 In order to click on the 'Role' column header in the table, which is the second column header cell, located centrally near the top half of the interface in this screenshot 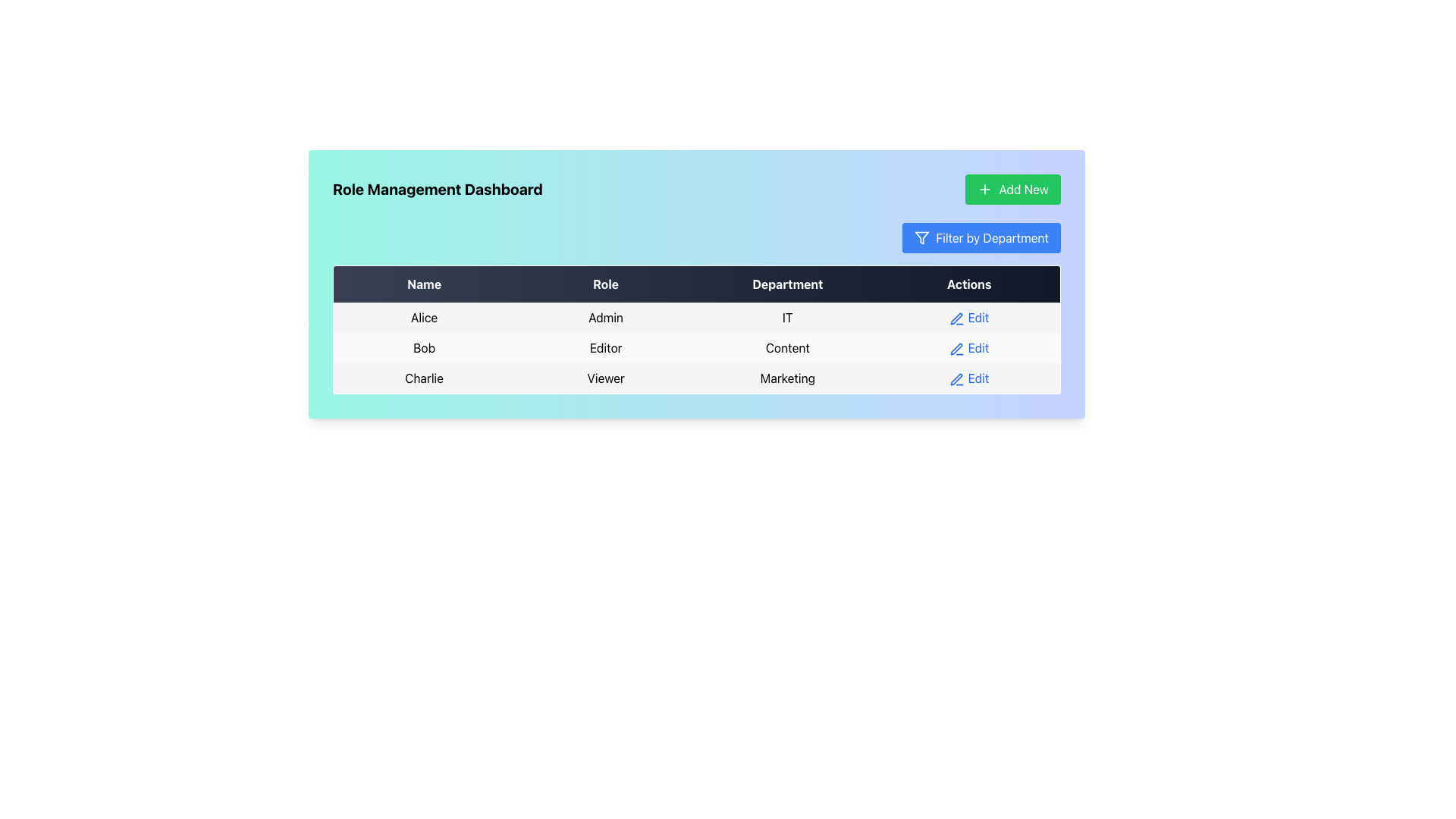, I will do `click(605, 284)`.